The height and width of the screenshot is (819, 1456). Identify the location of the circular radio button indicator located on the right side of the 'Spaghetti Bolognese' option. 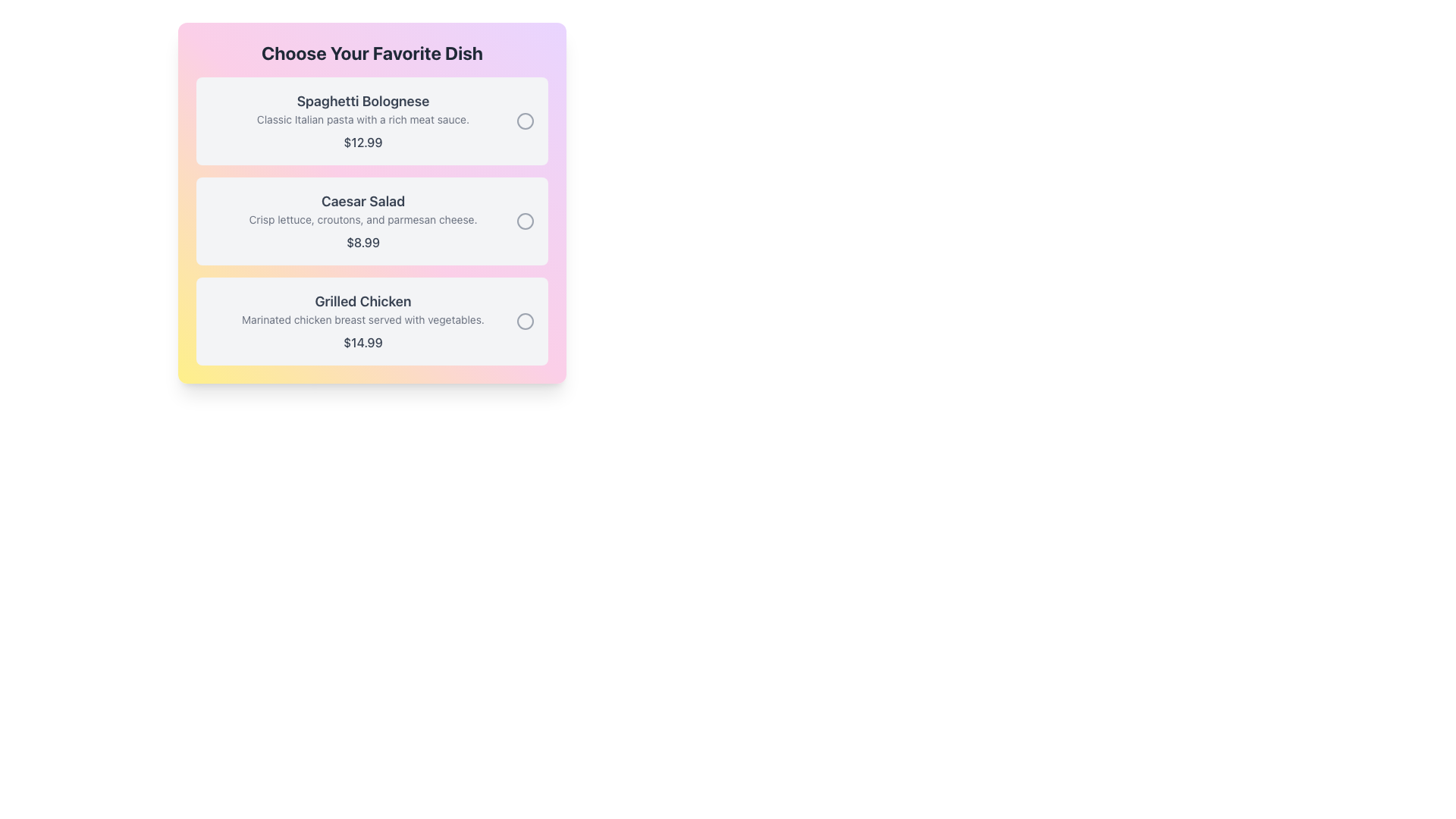
(525, 120).